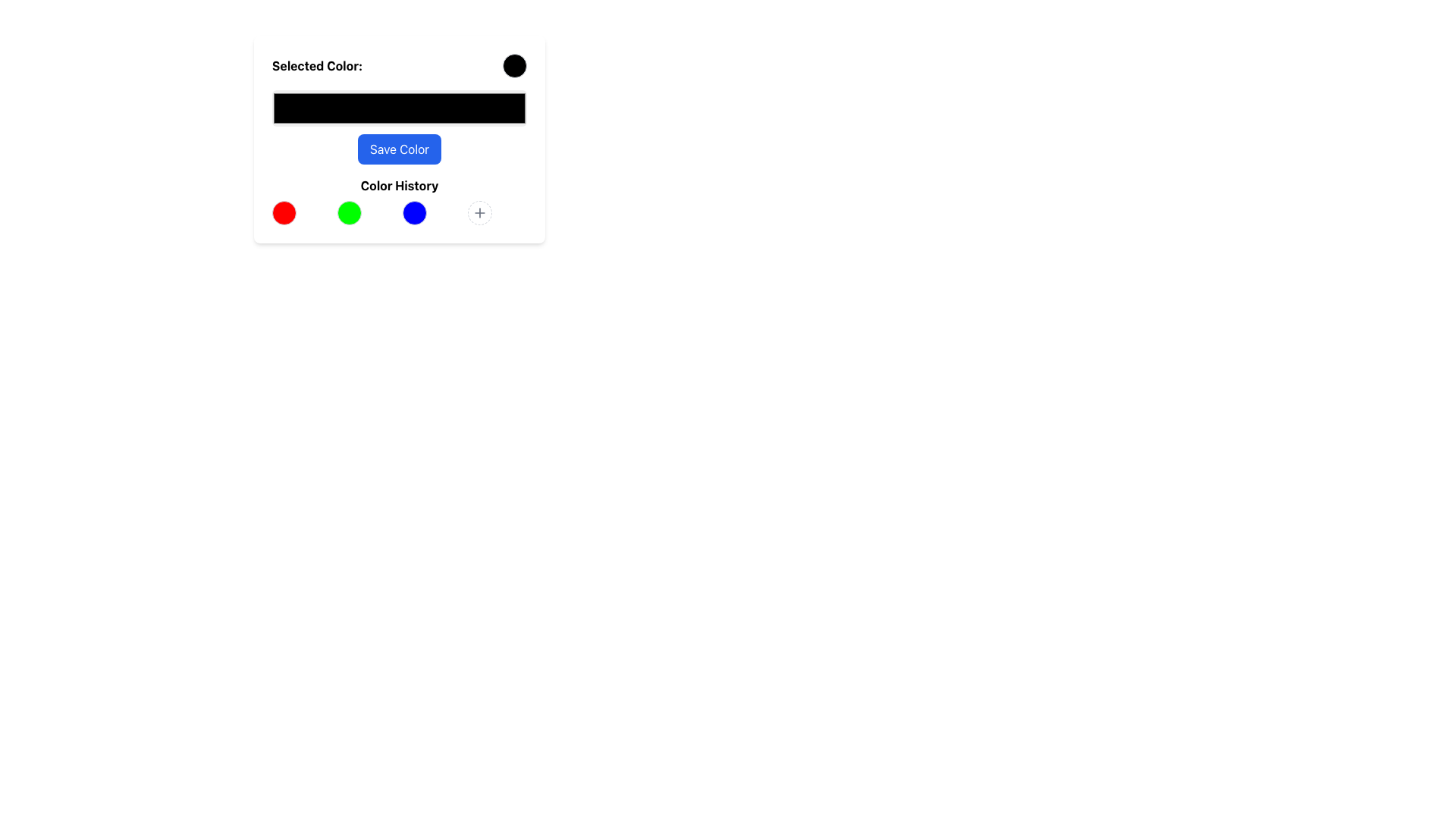 The image size is (1456, 819). What do you see at coordinates (400, 149) in the screenshot?
I see `the 'Save Color' button located below the color display area` at bounding box center [400, 149].